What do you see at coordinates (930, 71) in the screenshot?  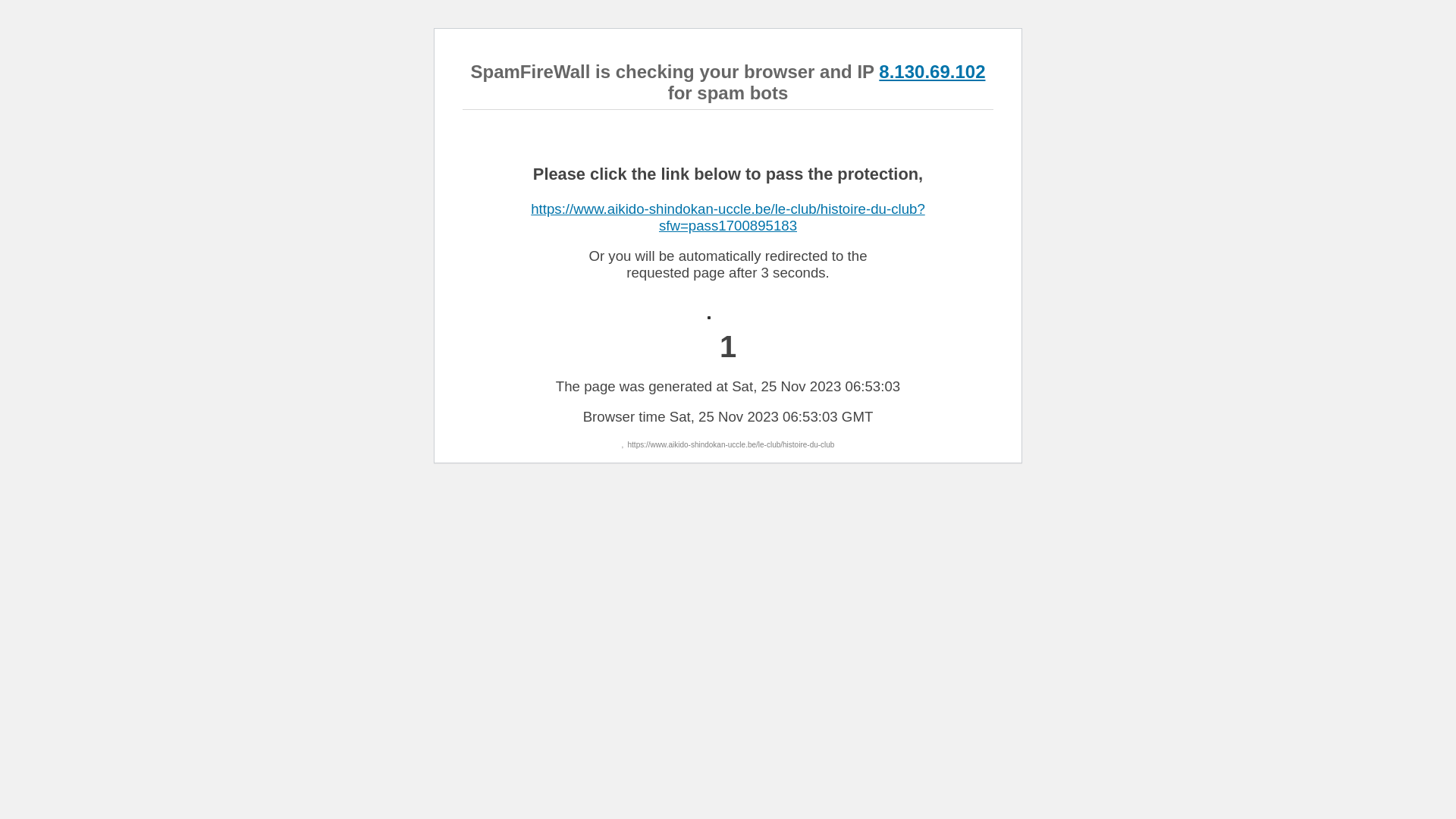 I see `'8.130.69.102'` at bounding box center [930, 71].